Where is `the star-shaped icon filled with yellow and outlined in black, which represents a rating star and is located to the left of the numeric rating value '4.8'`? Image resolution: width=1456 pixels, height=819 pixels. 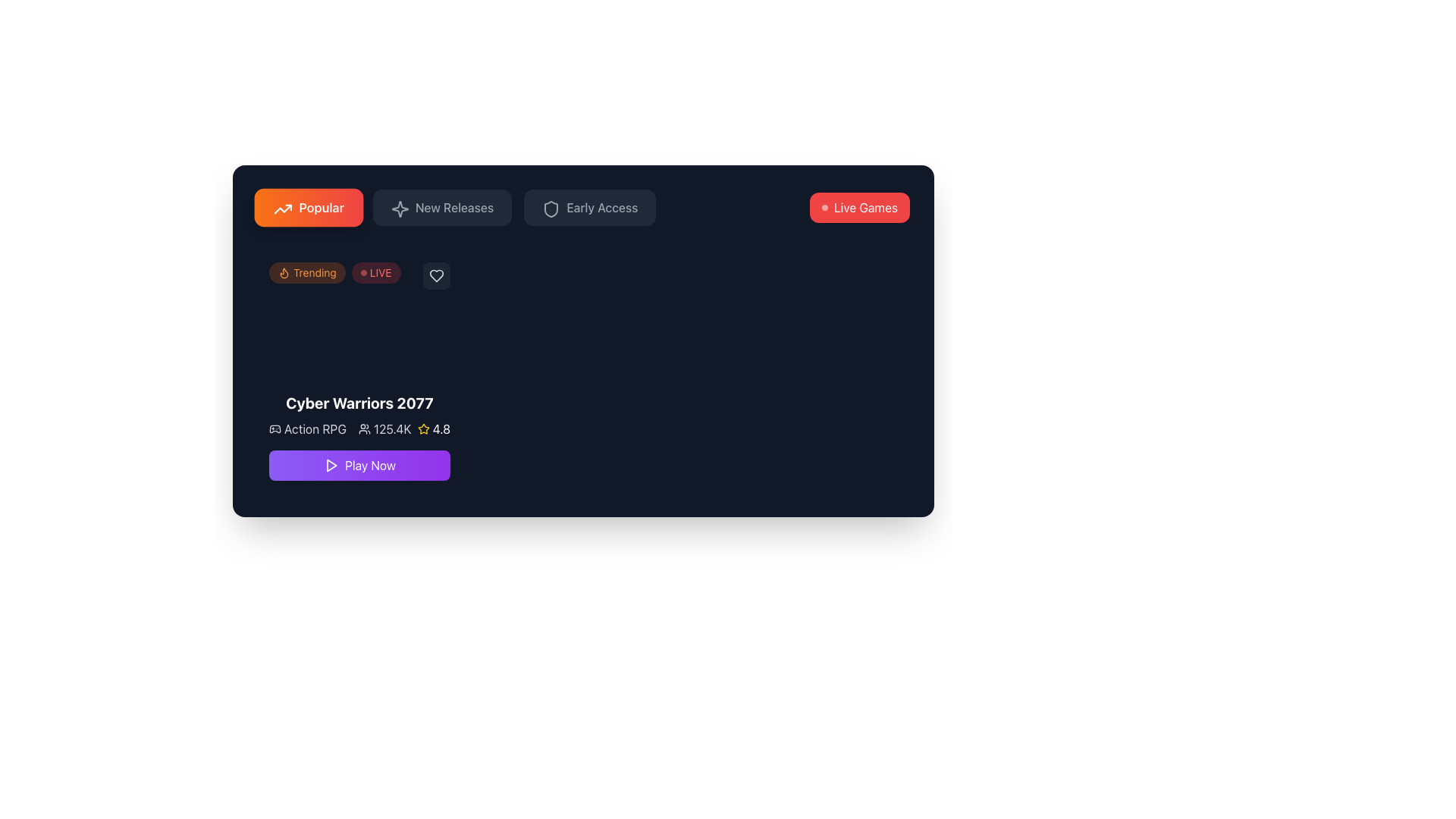 the star-shaped icon filled with yellow and outlined in black, which represents a rating star and is located to the left of the numeric rating value '4.8' is located at coordinates (423, 429).